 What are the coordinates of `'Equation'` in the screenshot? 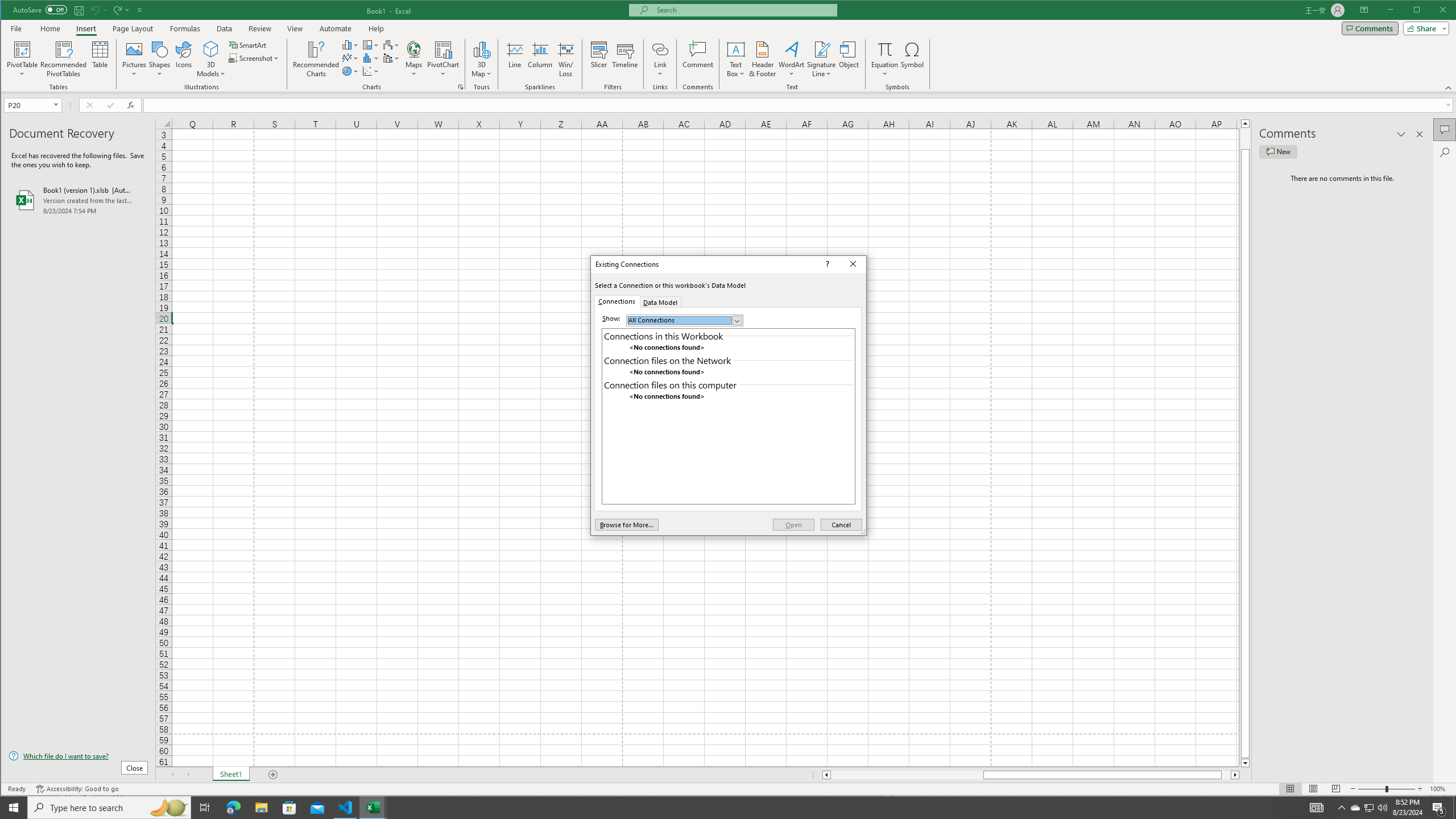 It's located at (885, 48).